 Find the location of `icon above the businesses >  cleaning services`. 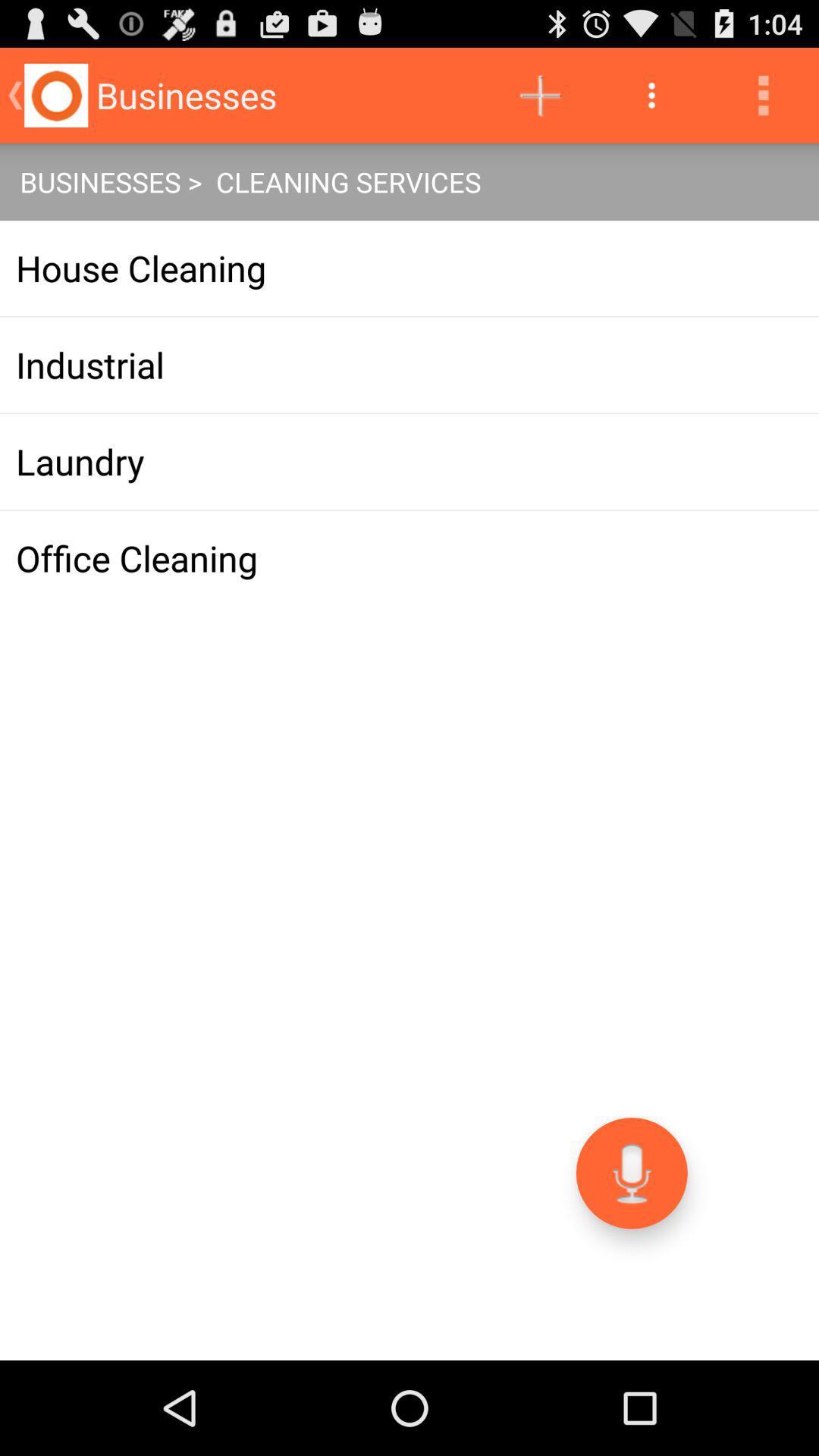

icon above the businesses >  cleaning services is located at coordinates (651, 94).